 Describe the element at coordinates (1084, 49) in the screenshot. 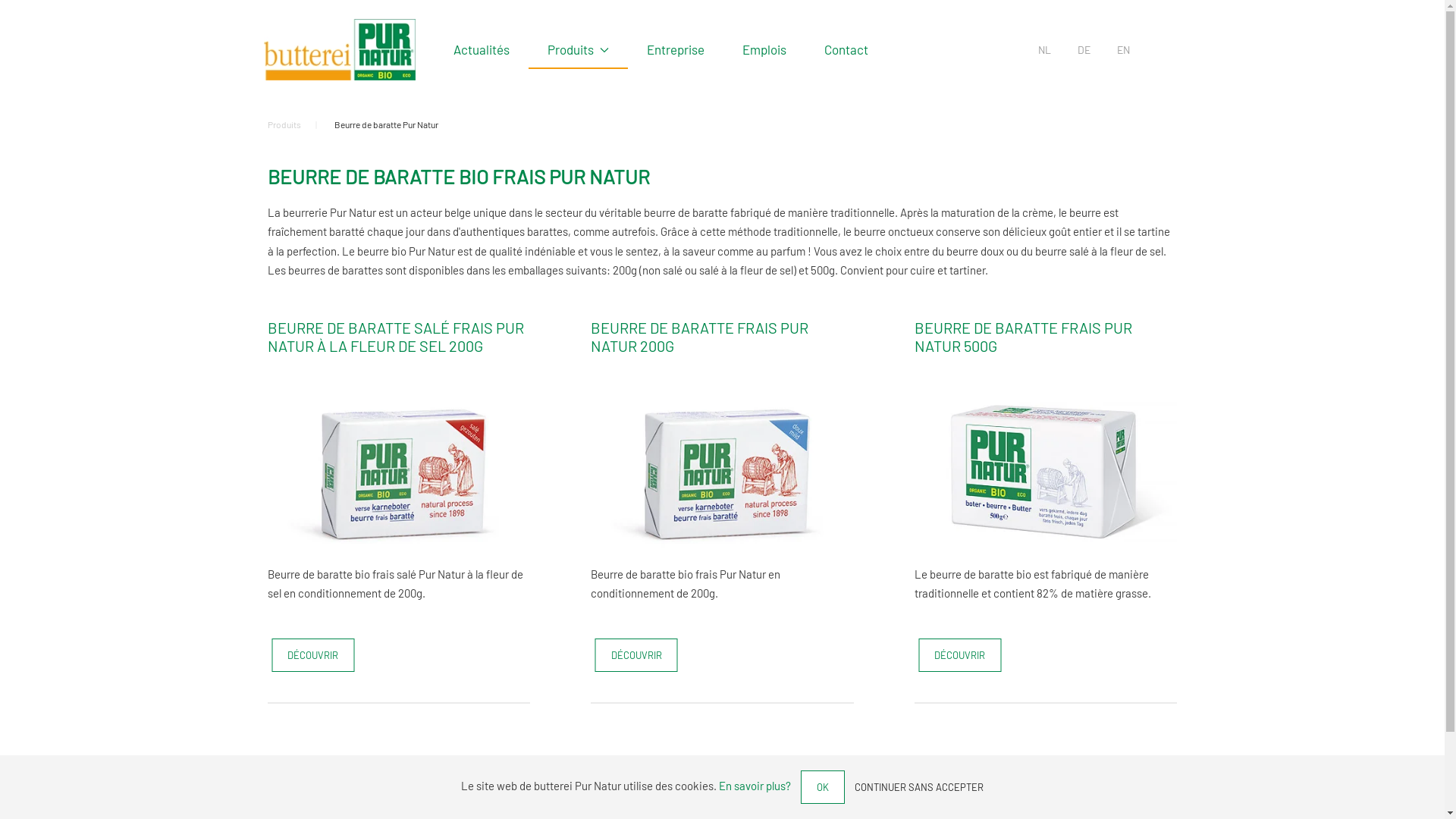

I see `'DE'` at that location.